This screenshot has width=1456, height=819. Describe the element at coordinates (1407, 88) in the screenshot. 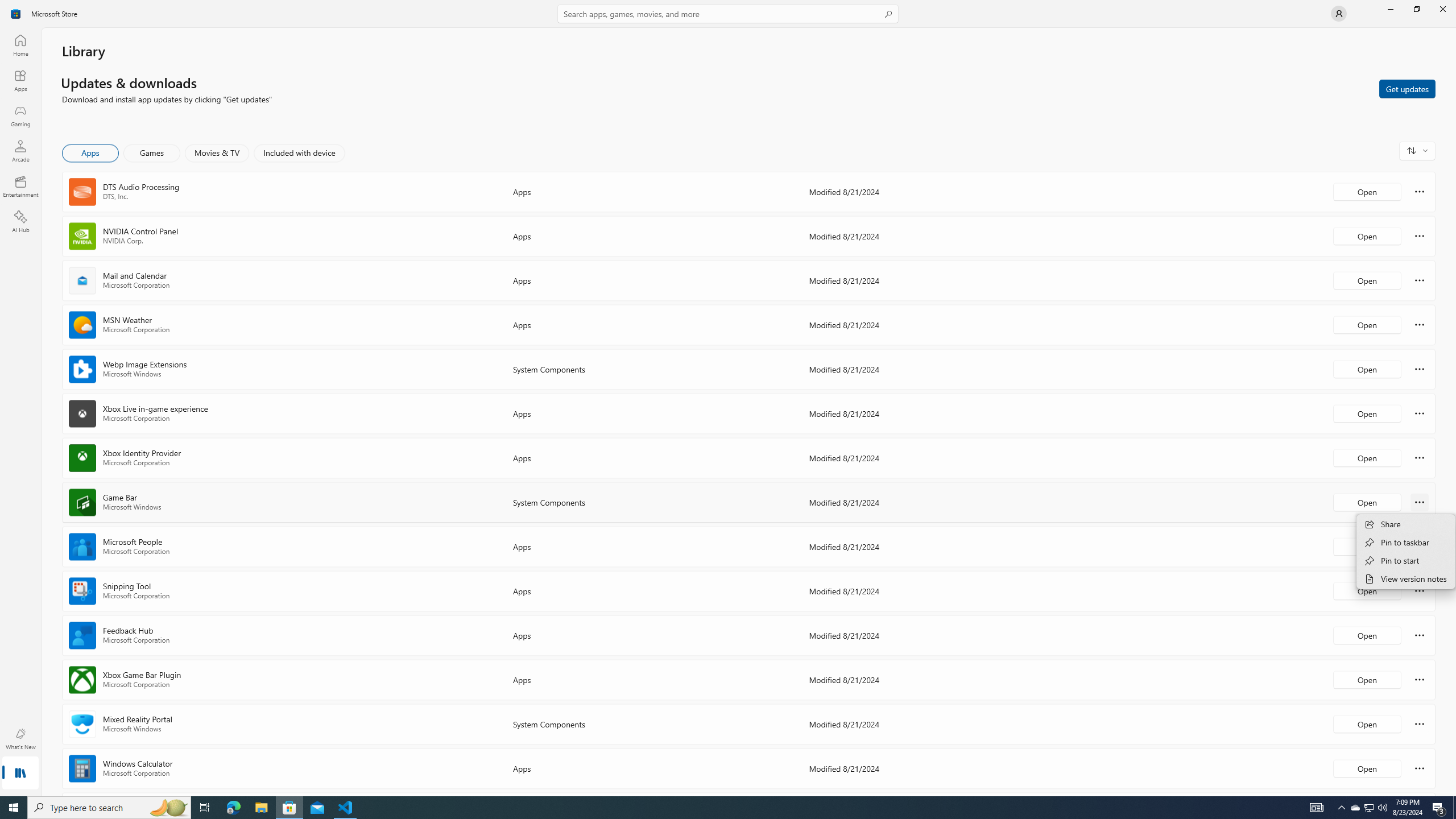

I see `'Get updates'` at that location.